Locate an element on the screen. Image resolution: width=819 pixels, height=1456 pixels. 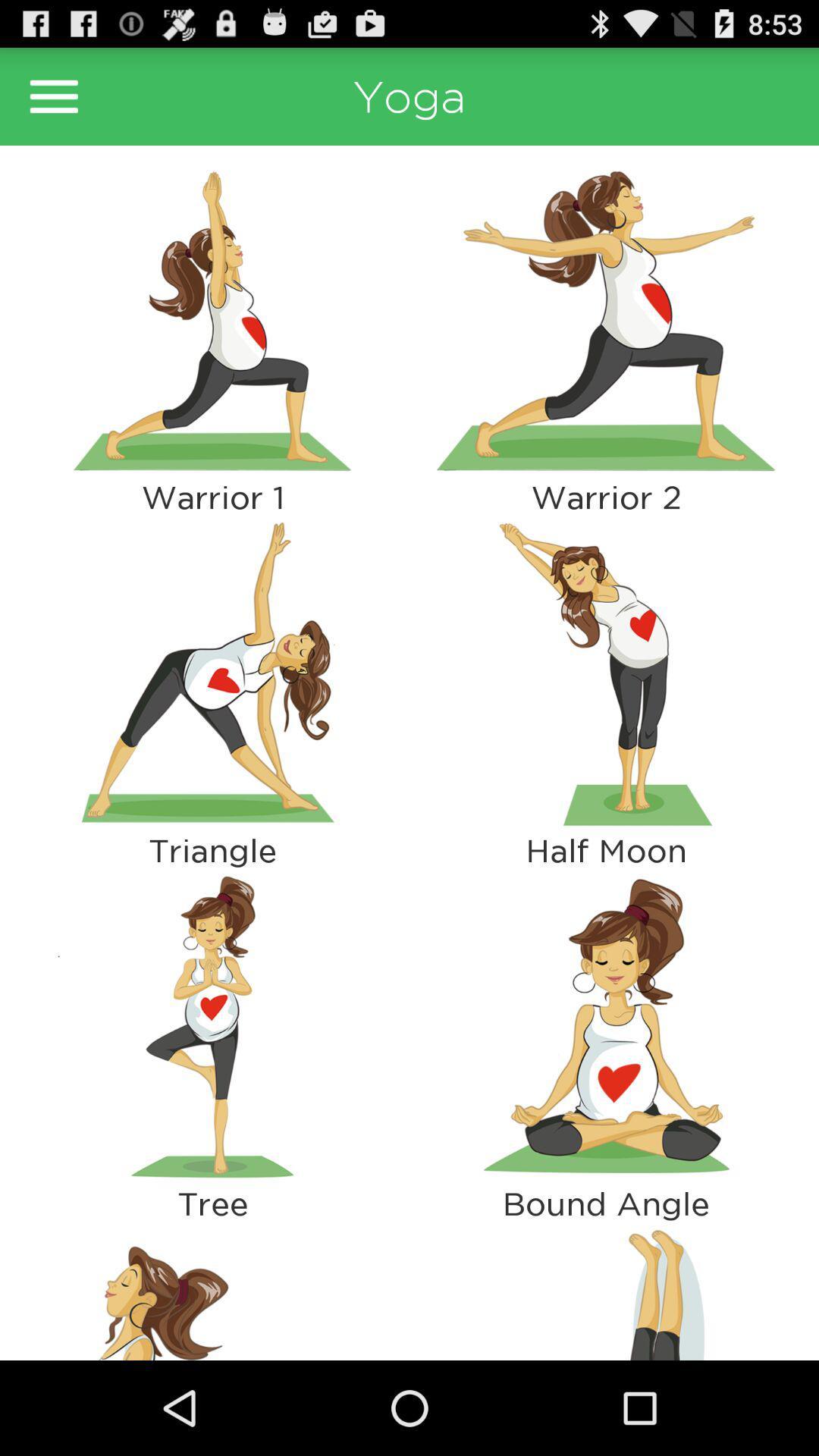
icon to the left of half moon is located at coordinates (212, 1027).